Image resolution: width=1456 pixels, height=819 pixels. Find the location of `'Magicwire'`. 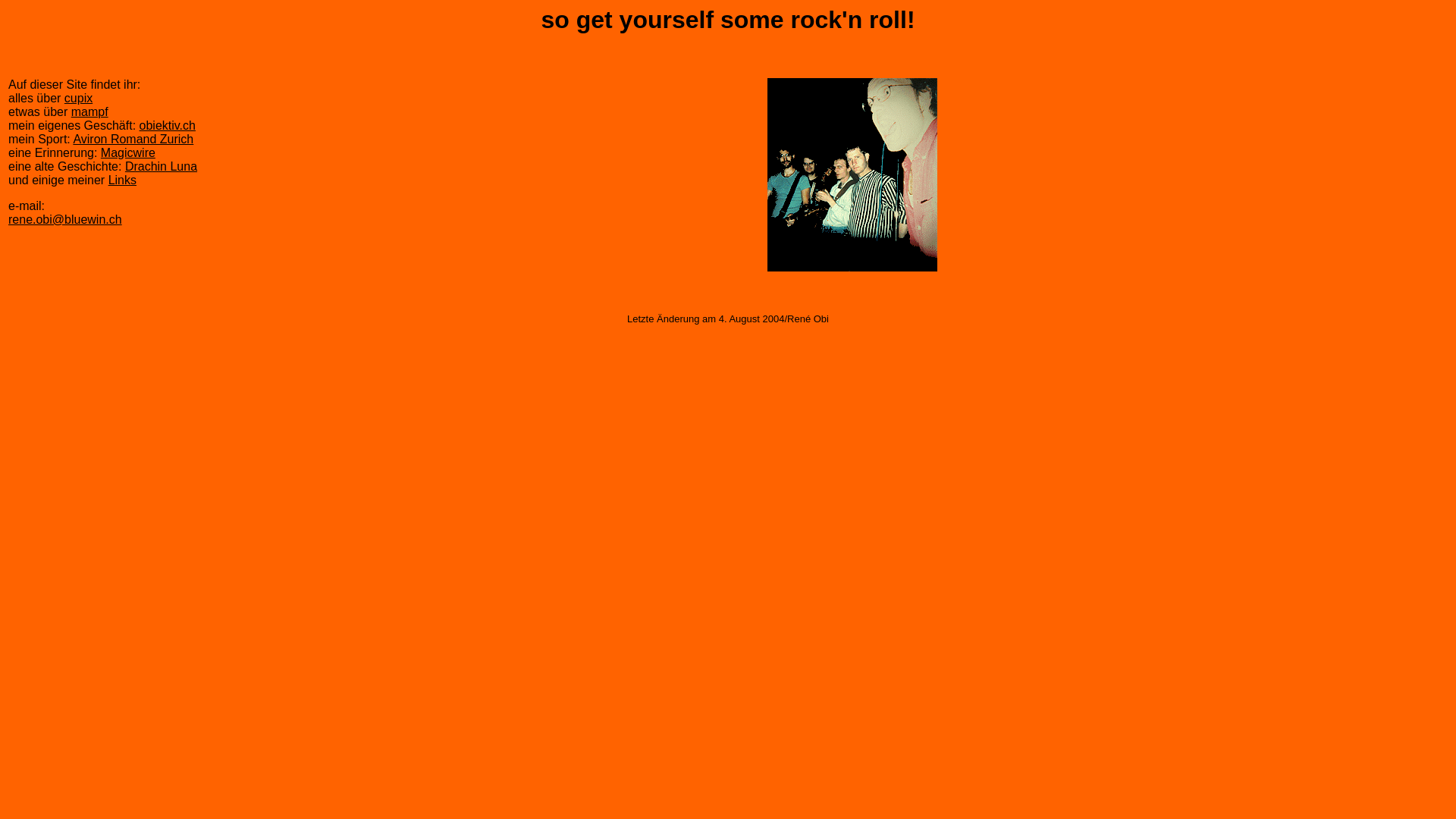

'Magicwire' is located at coordinates (127, 152).